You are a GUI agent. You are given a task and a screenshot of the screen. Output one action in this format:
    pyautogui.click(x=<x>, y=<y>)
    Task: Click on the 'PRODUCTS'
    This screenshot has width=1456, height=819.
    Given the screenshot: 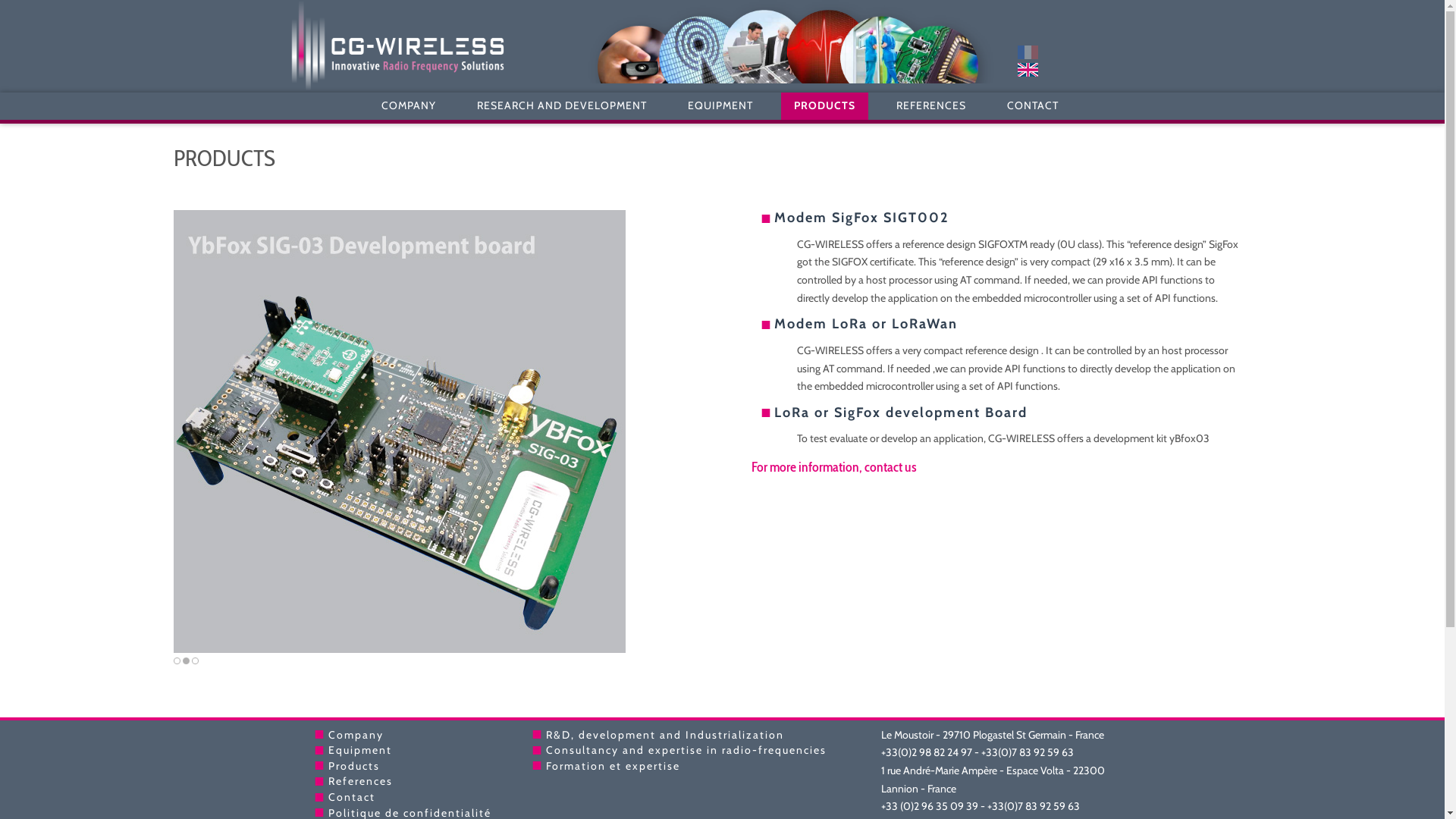 What is the action you would take?
    pyautogui.click(x=781, y=105)
    